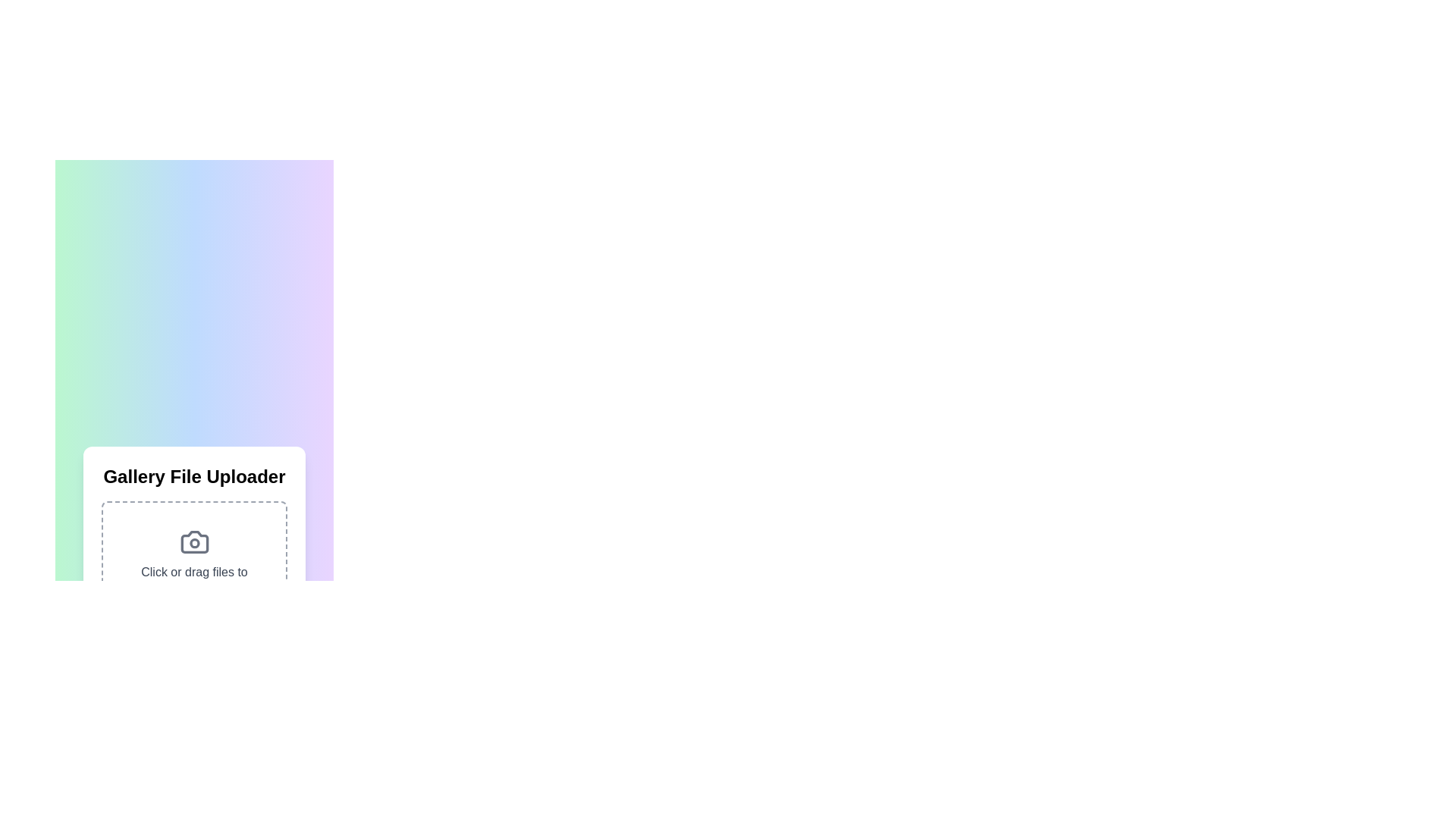 This screenshot has height=819, width=1456. What do you see at coordinates (193, 541) in the screenshot?
I see `the upload icon located above the text 'Click or drag files to upload' within the 'Gallery File Uploader' section` at bounding box center [193, 541].